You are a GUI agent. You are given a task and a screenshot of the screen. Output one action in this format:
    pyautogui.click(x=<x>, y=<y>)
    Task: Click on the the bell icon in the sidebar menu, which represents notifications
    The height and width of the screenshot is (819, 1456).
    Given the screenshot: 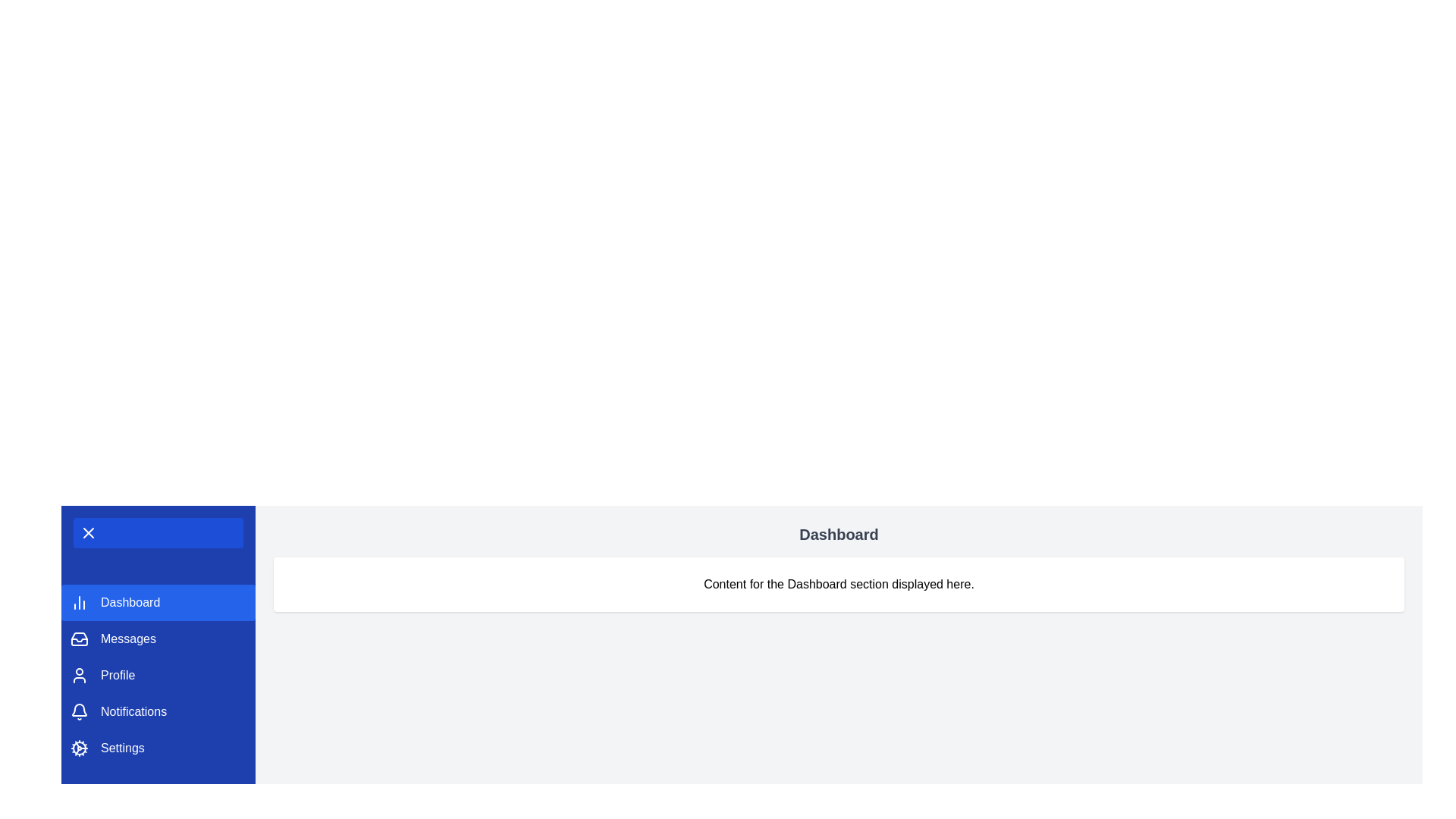 What is the action you would take?
    pyautogui.click(x=79, y=710)
    